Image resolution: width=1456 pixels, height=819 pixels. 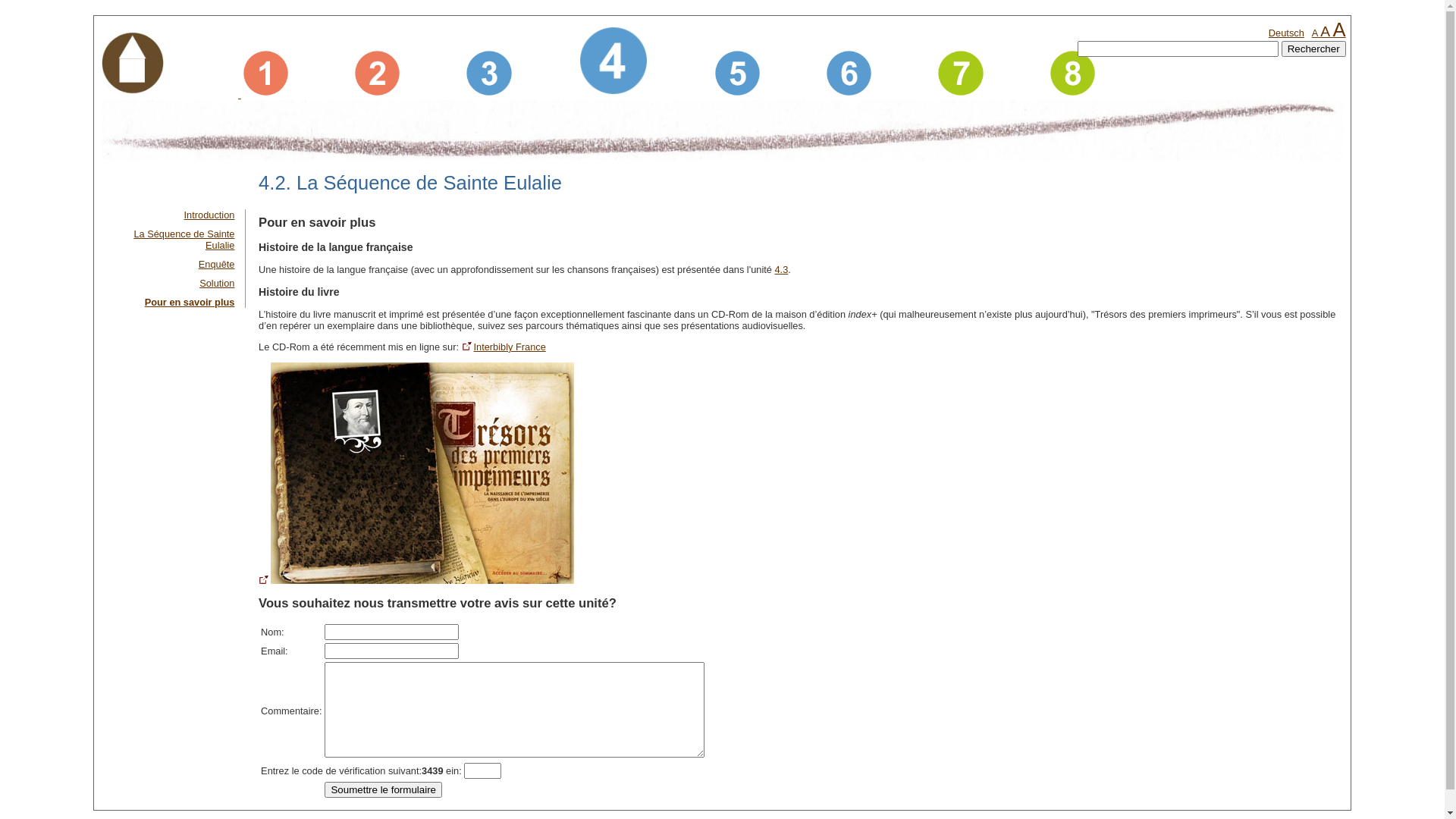 I want to click on 'Deutsch', so click(x=1285, y=33).